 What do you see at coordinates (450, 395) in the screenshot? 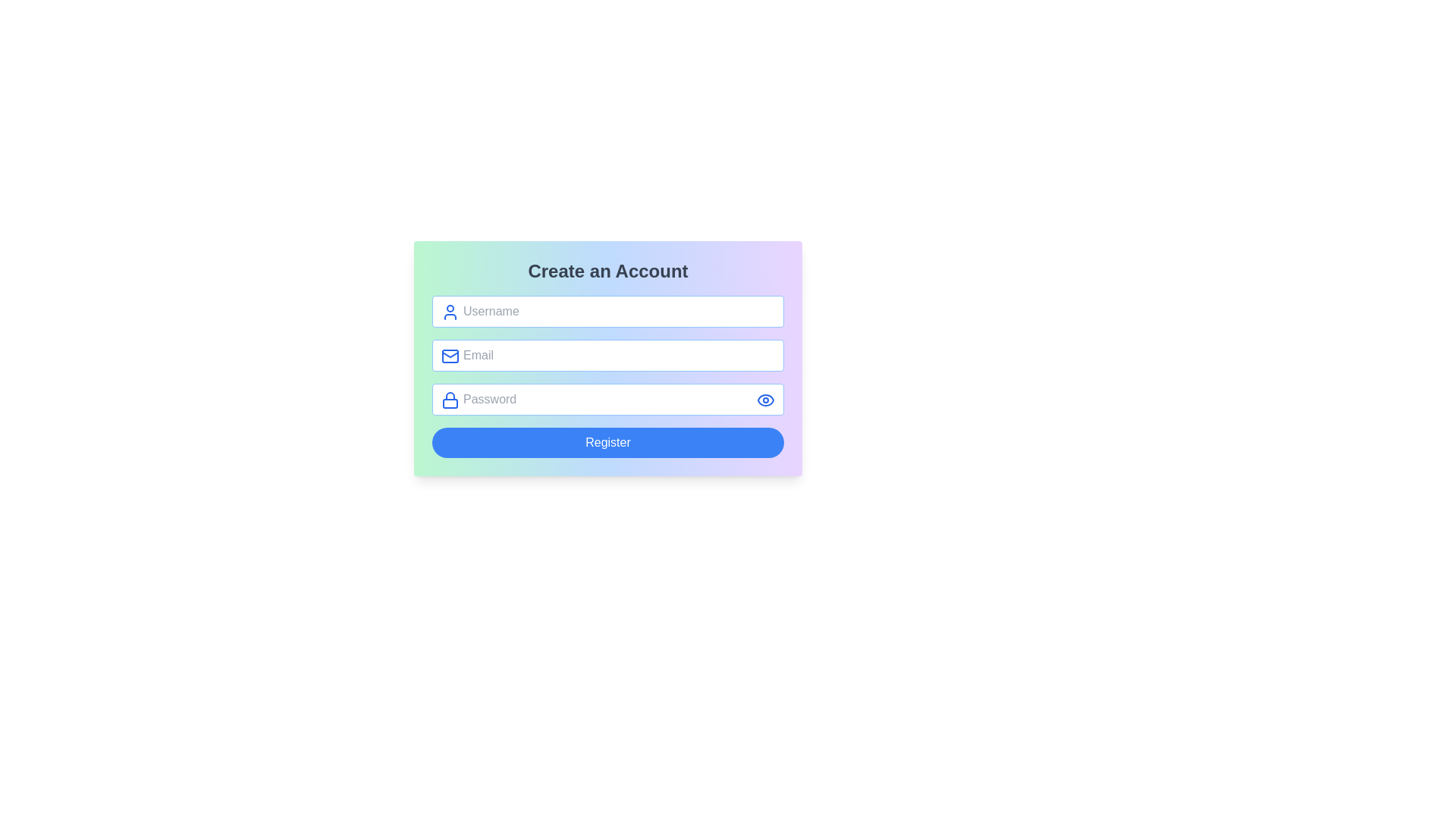
I see `the upper curved part of the lock icon, which is displayed to the left of the 'Password' input field, symbolizing security` at bounding box center [450, 395].